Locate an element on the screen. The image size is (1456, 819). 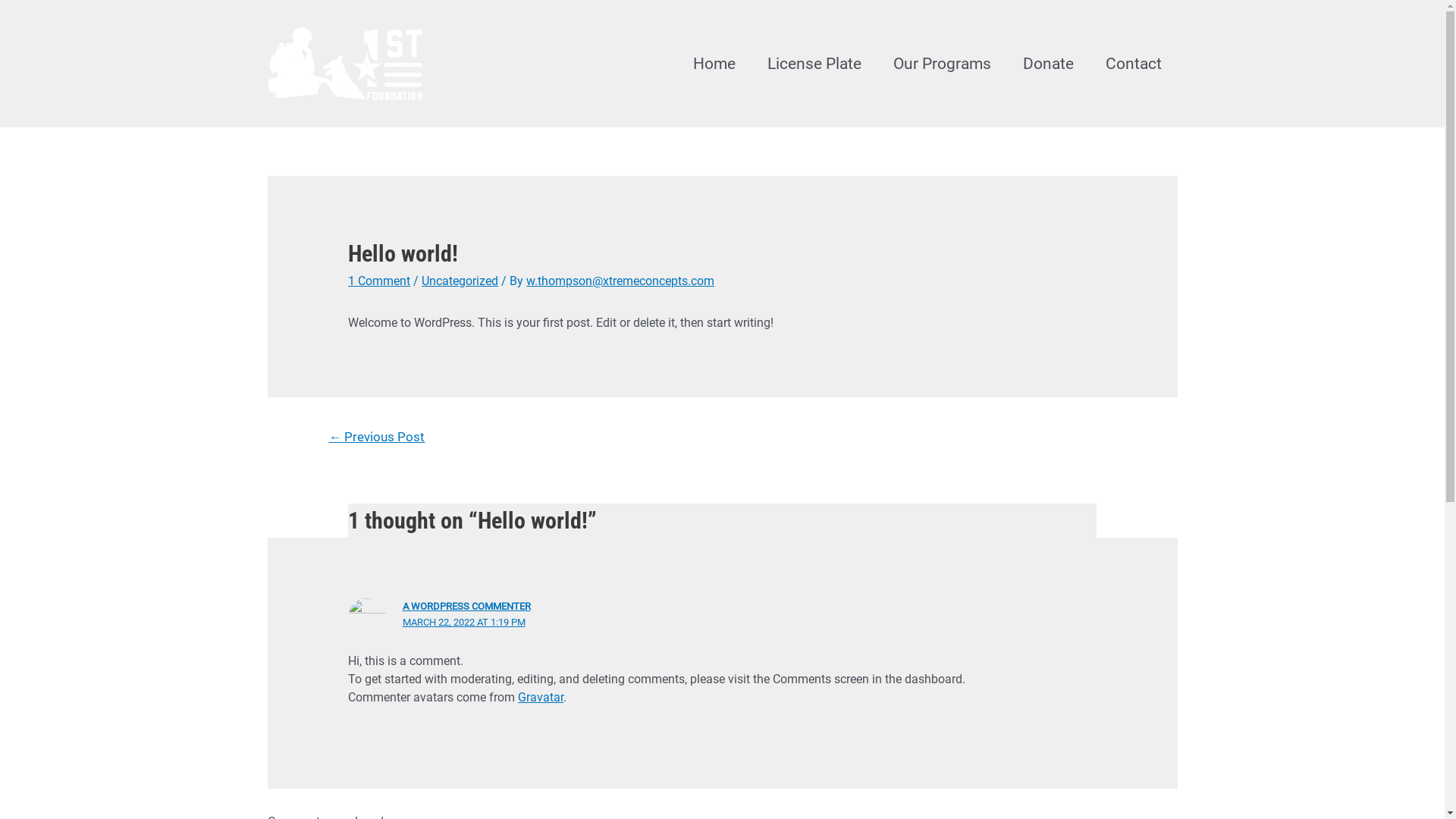
'Gravatar' is located at coordinates (541, 697).